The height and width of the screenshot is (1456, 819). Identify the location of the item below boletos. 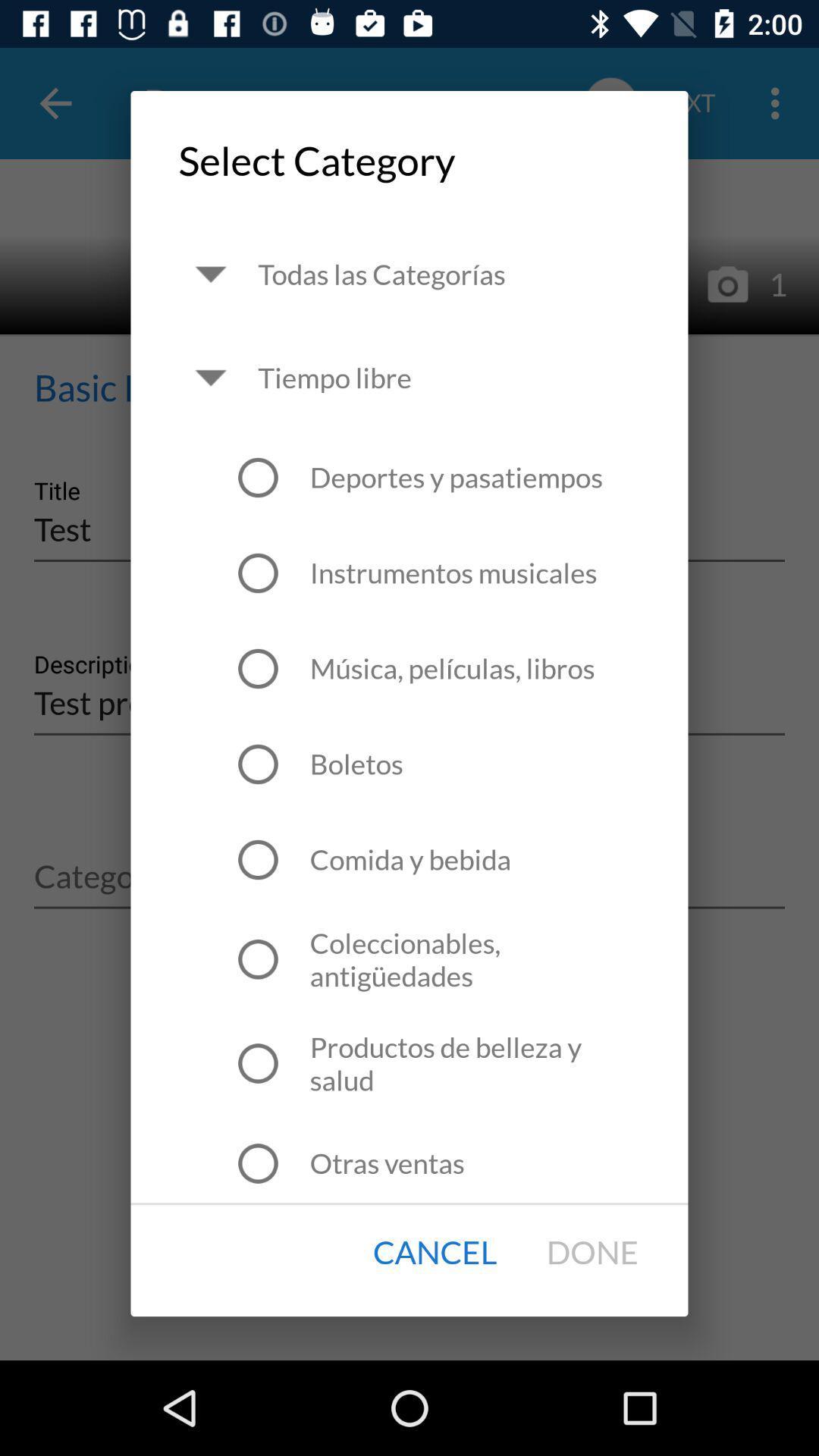
(410, 859).